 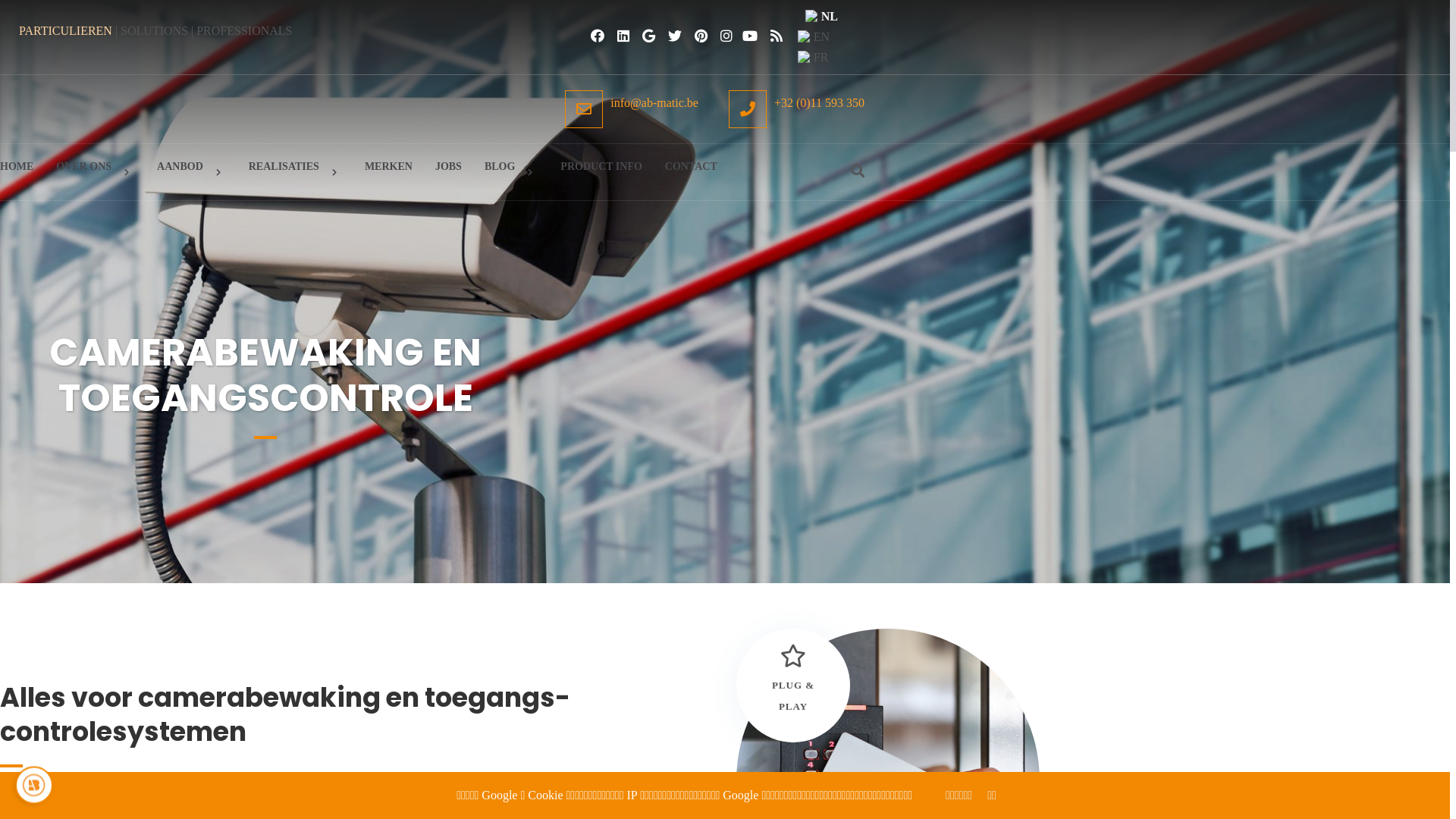 What do you see at coordinates (190, 171) in the screenshot?
I see `'AANBOD'` at bounding box center [190, 171].